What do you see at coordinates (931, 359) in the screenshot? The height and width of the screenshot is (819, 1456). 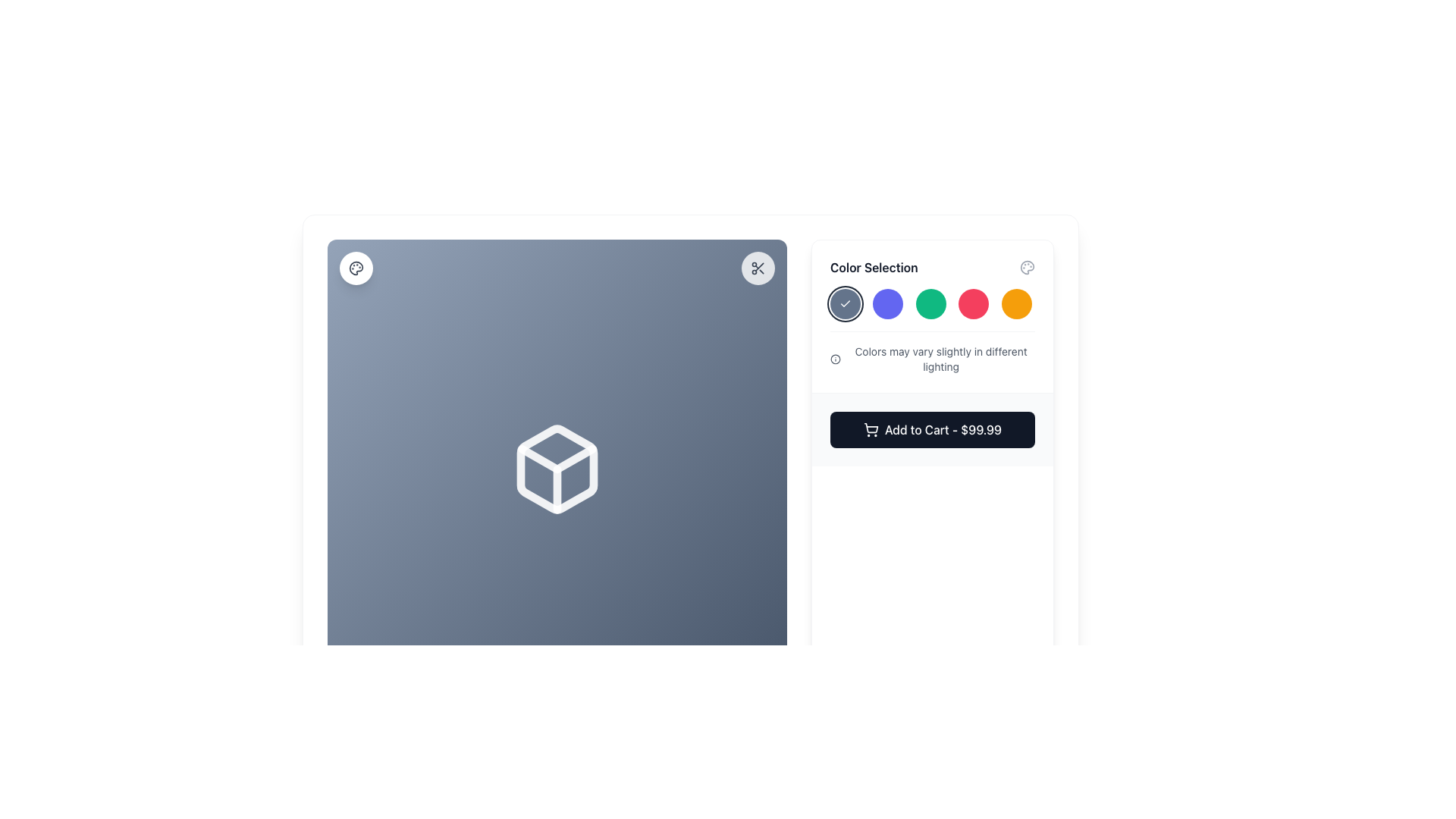 I see `the information icon next to the text label 'Colors may vary slightly in different lighting'` at bounding box center [931, 359].